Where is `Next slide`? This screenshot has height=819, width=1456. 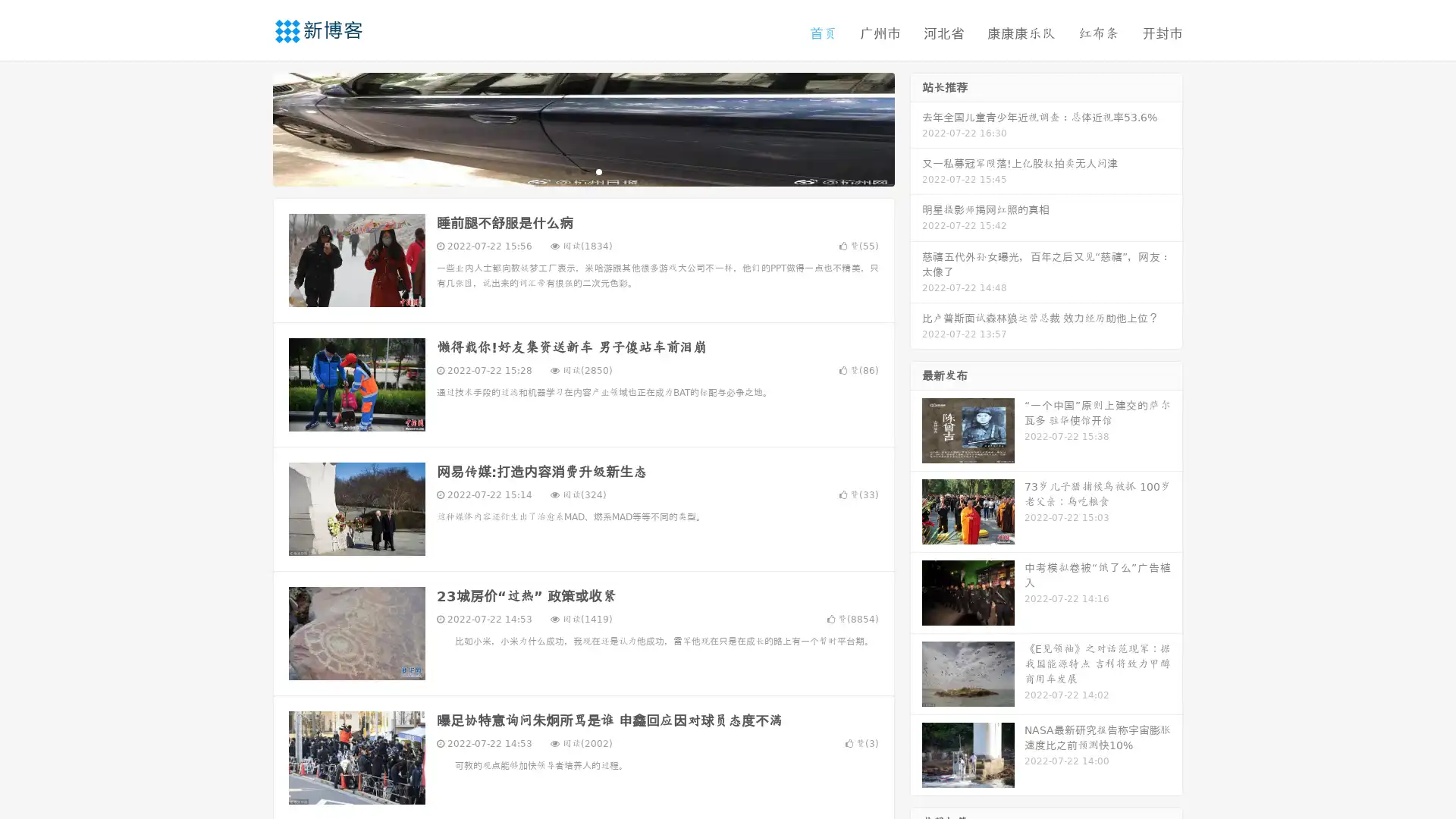
Next slide is located at coordinates (916, 127).